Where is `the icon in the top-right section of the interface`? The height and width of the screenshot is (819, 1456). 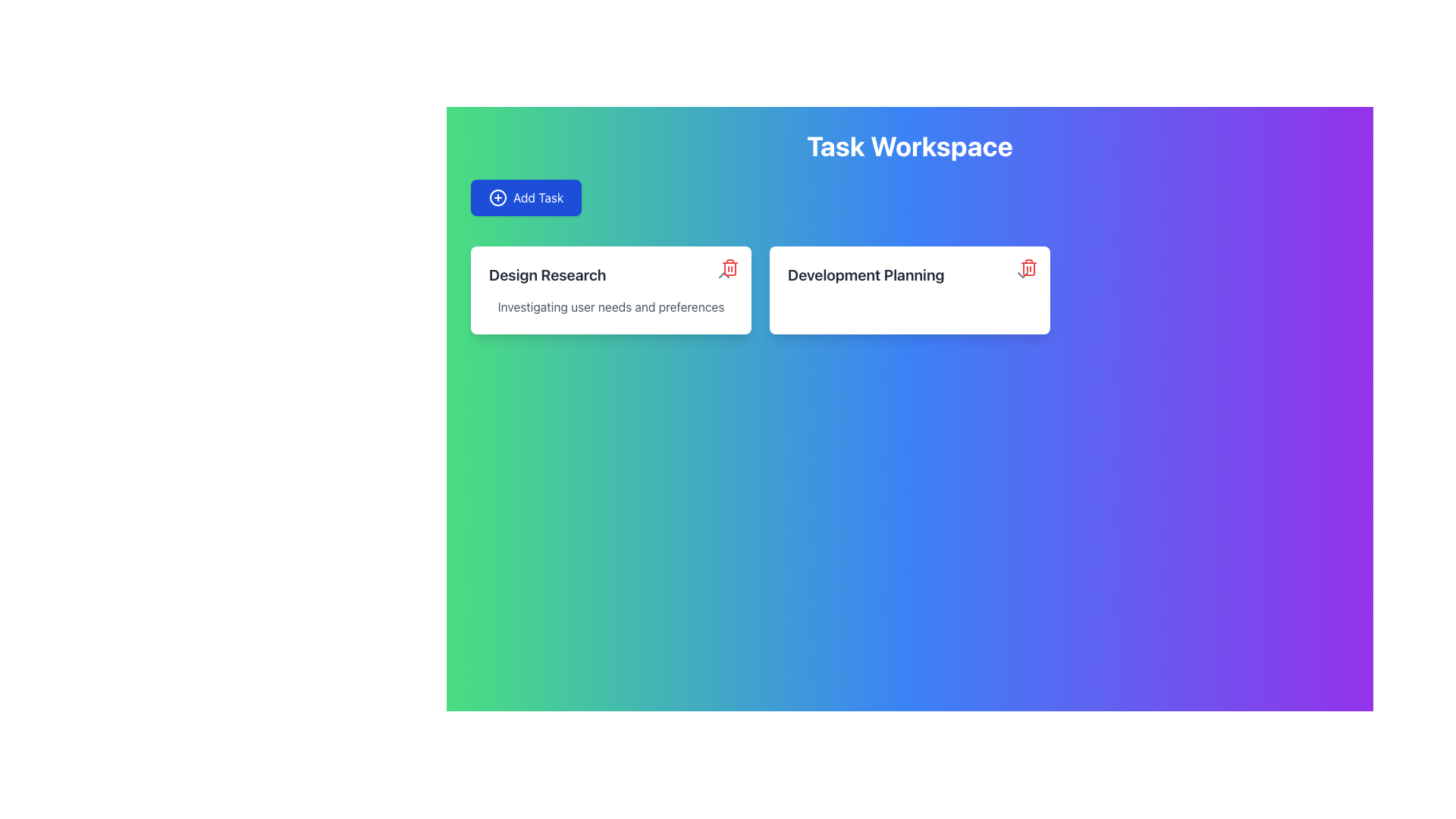
the icon in the top-right section of the interface is located at coordinates (1022, 275).